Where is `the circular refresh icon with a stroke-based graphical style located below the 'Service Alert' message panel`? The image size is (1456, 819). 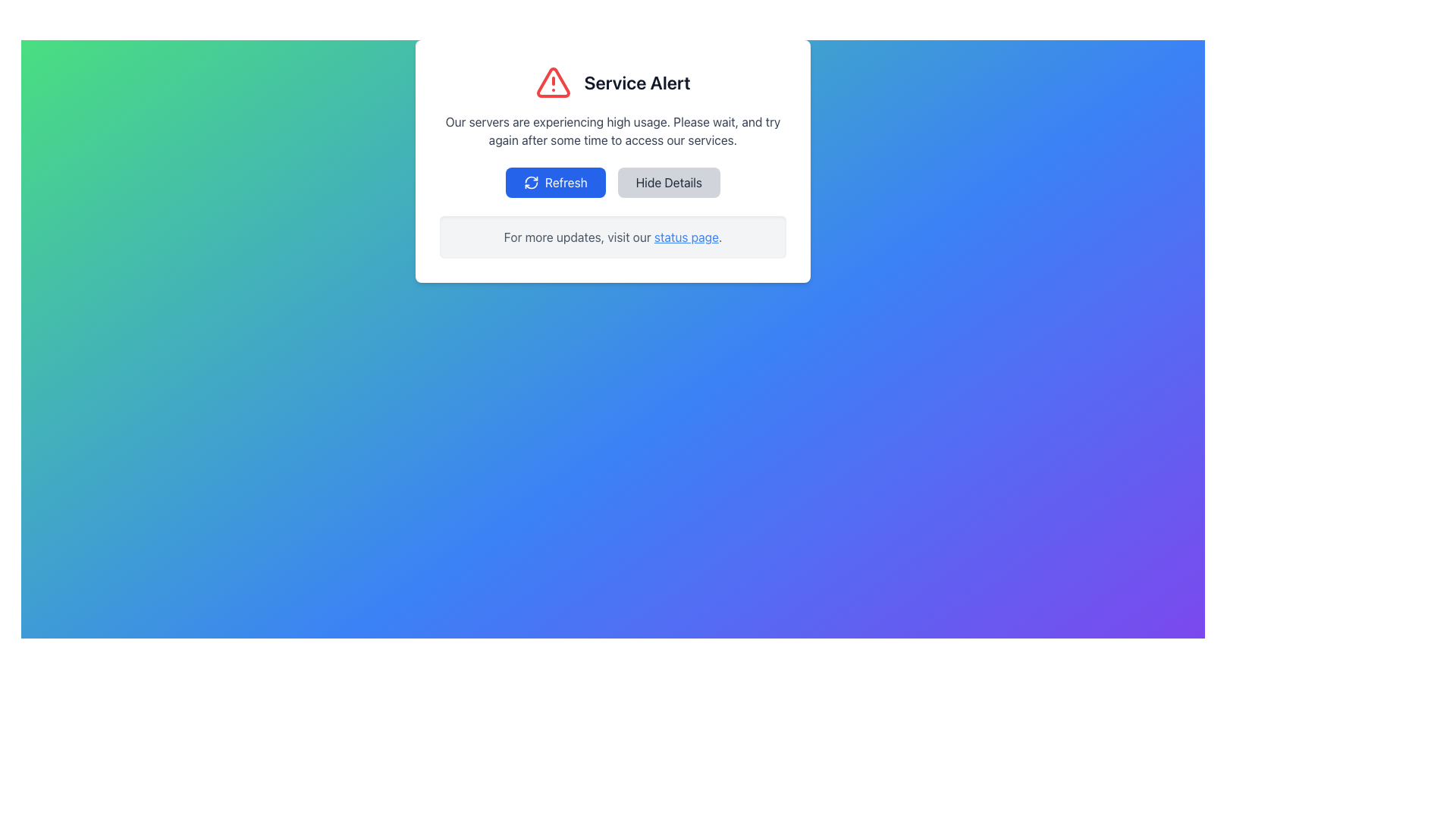
the circular refresh icon with a stroke-based graphical style located below the 'Service Alert' message panel is located at coordinates (531, 181).